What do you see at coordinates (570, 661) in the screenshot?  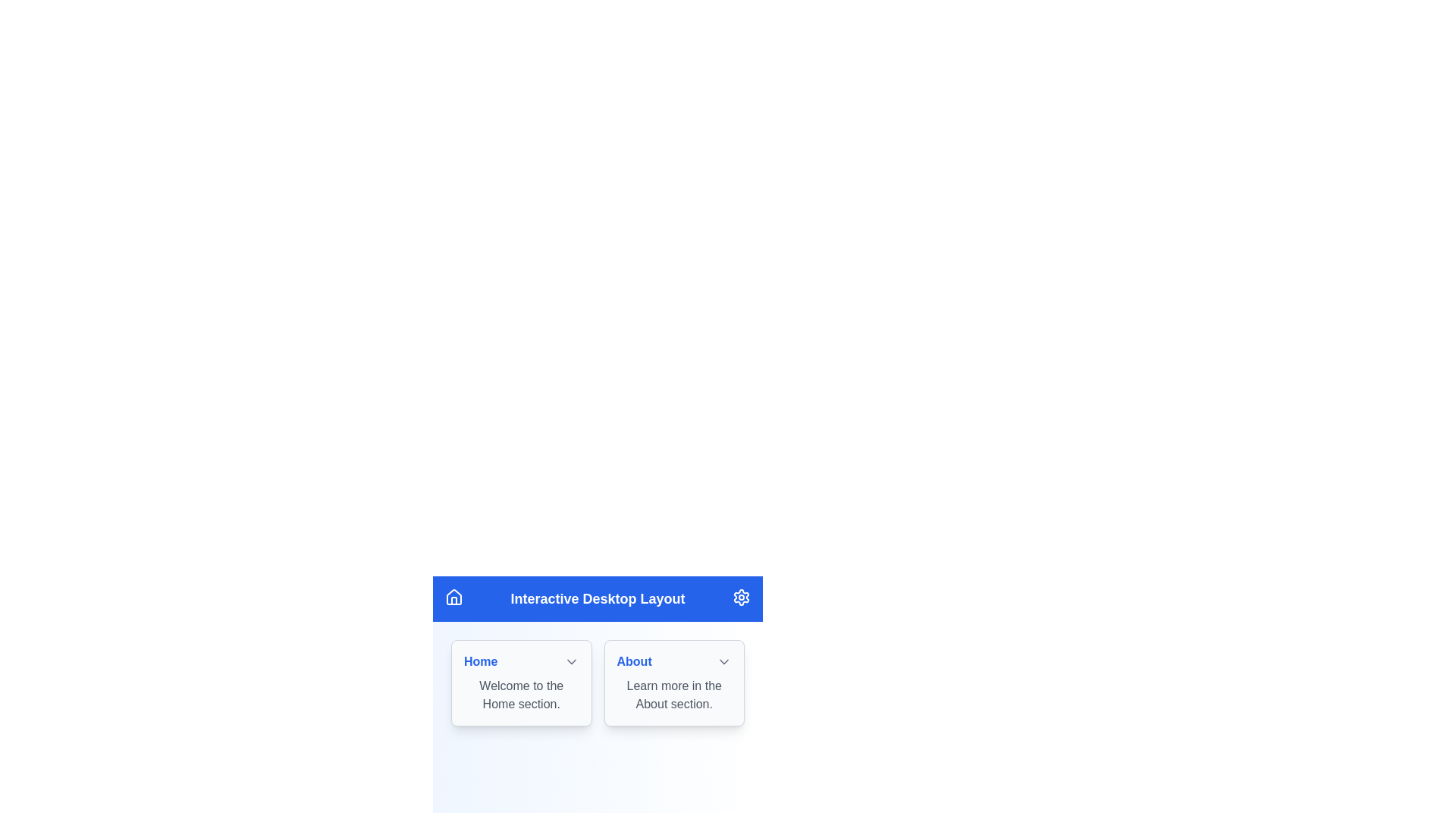 I see `the downward-facing gray chevron icon located to the right of the 'Home' text` at bounding box center [570, 661].